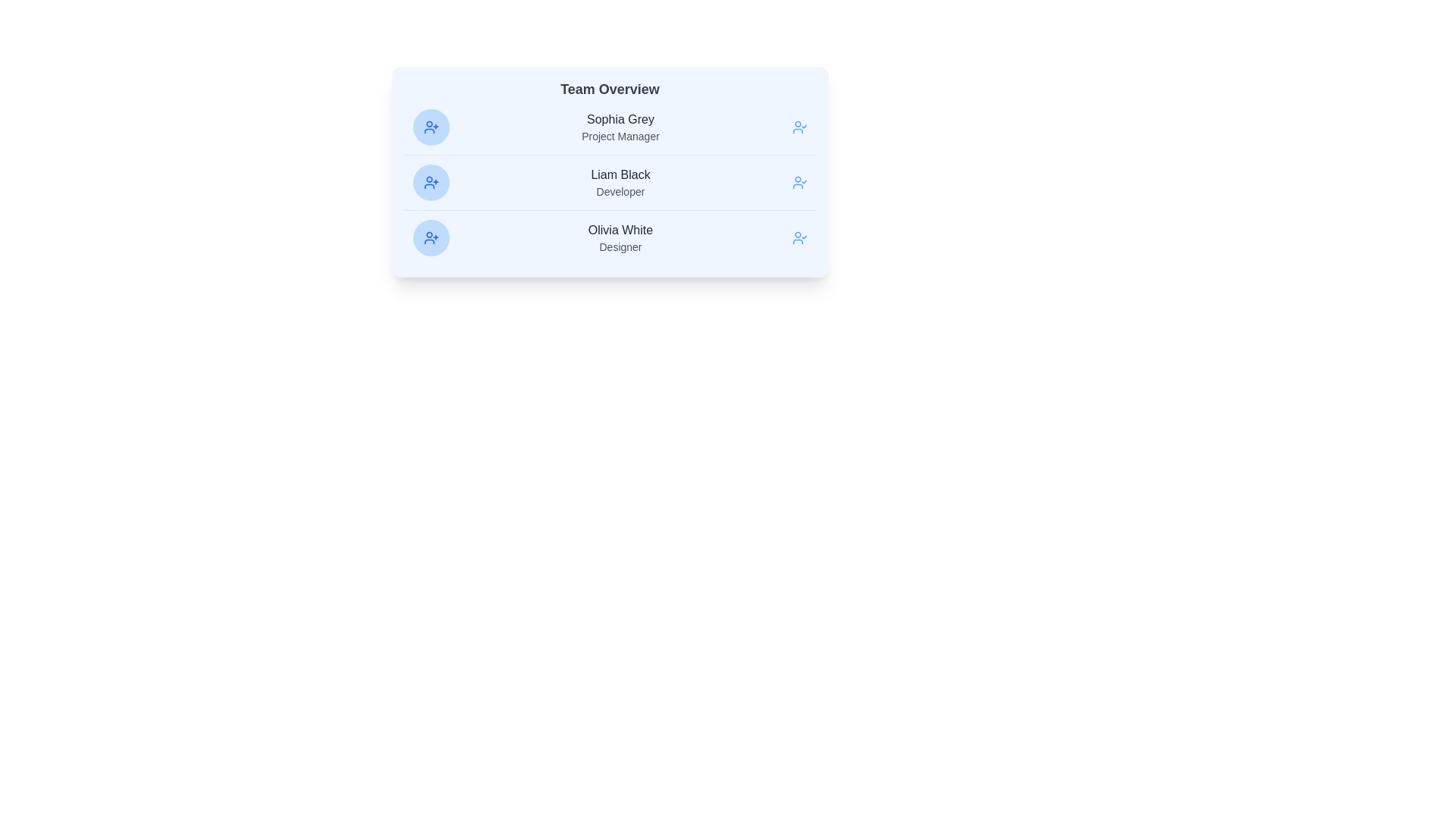  I want to click on the static text label displaying 'Liam Black', which is centrally aligned in the team overview section and positioned above the text 'Developer', so click(620, 174).